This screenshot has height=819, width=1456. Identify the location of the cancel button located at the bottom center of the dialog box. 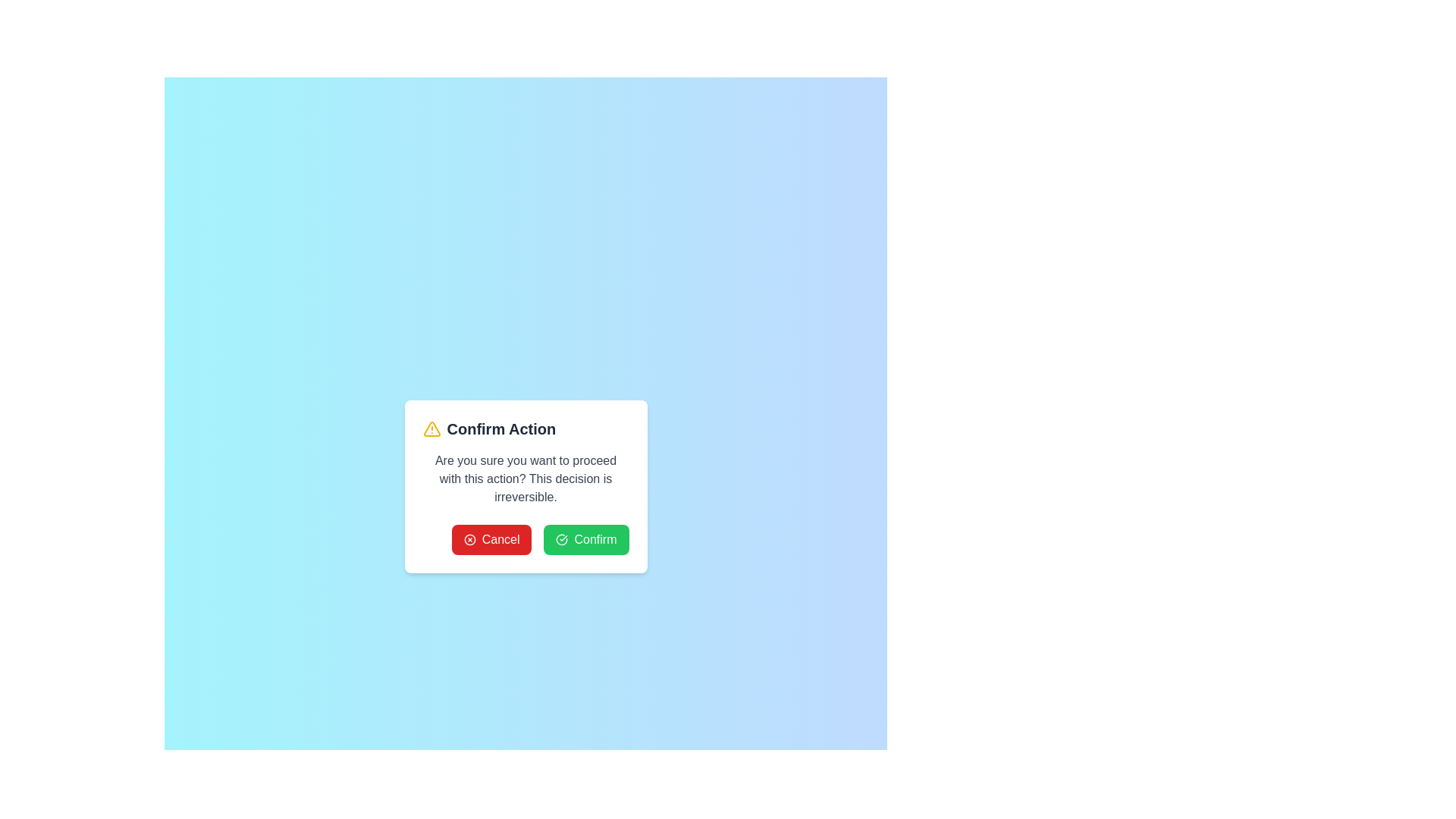
(491, 539).